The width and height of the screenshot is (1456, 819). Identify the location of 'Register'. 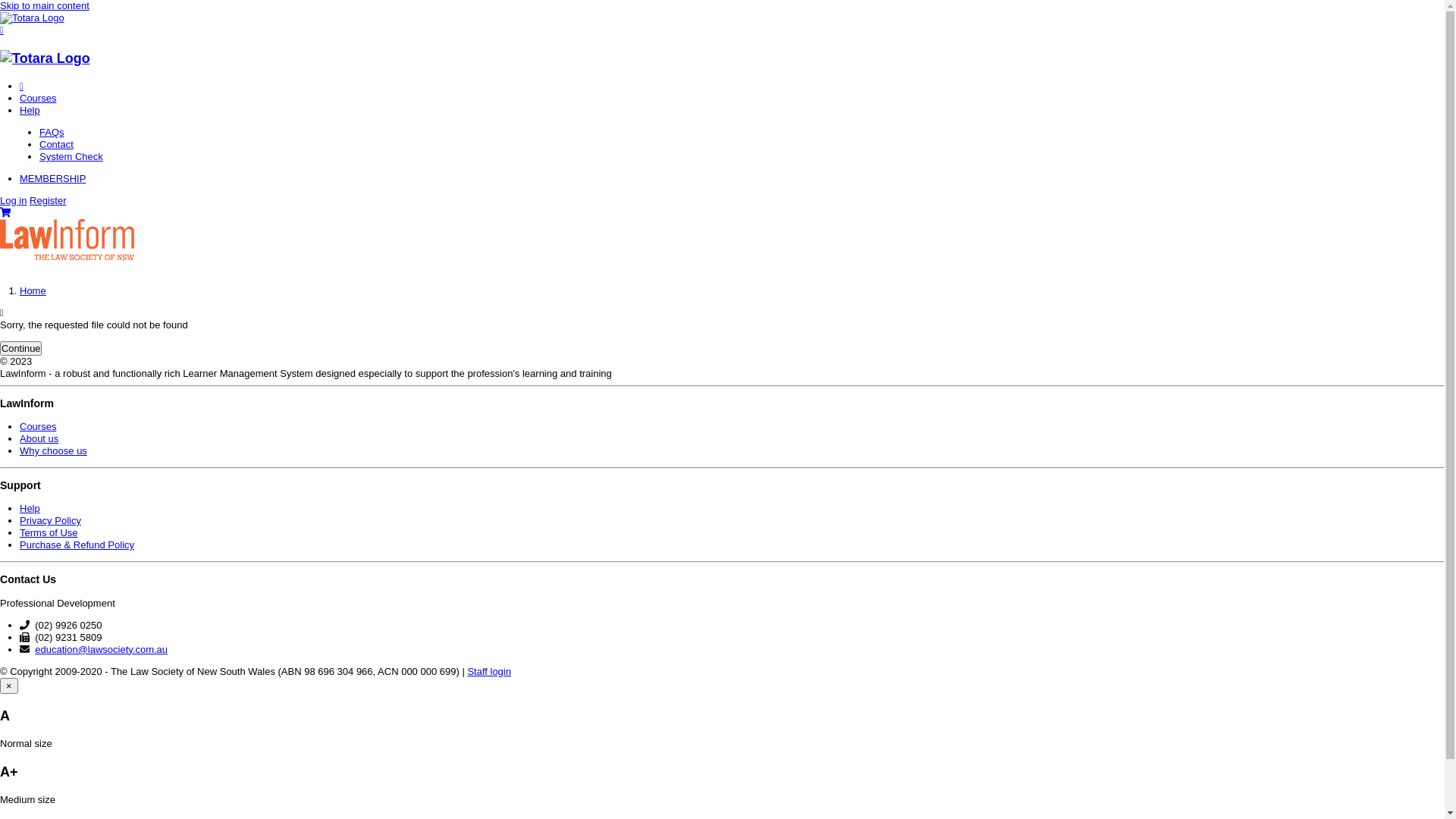
(47, 199).